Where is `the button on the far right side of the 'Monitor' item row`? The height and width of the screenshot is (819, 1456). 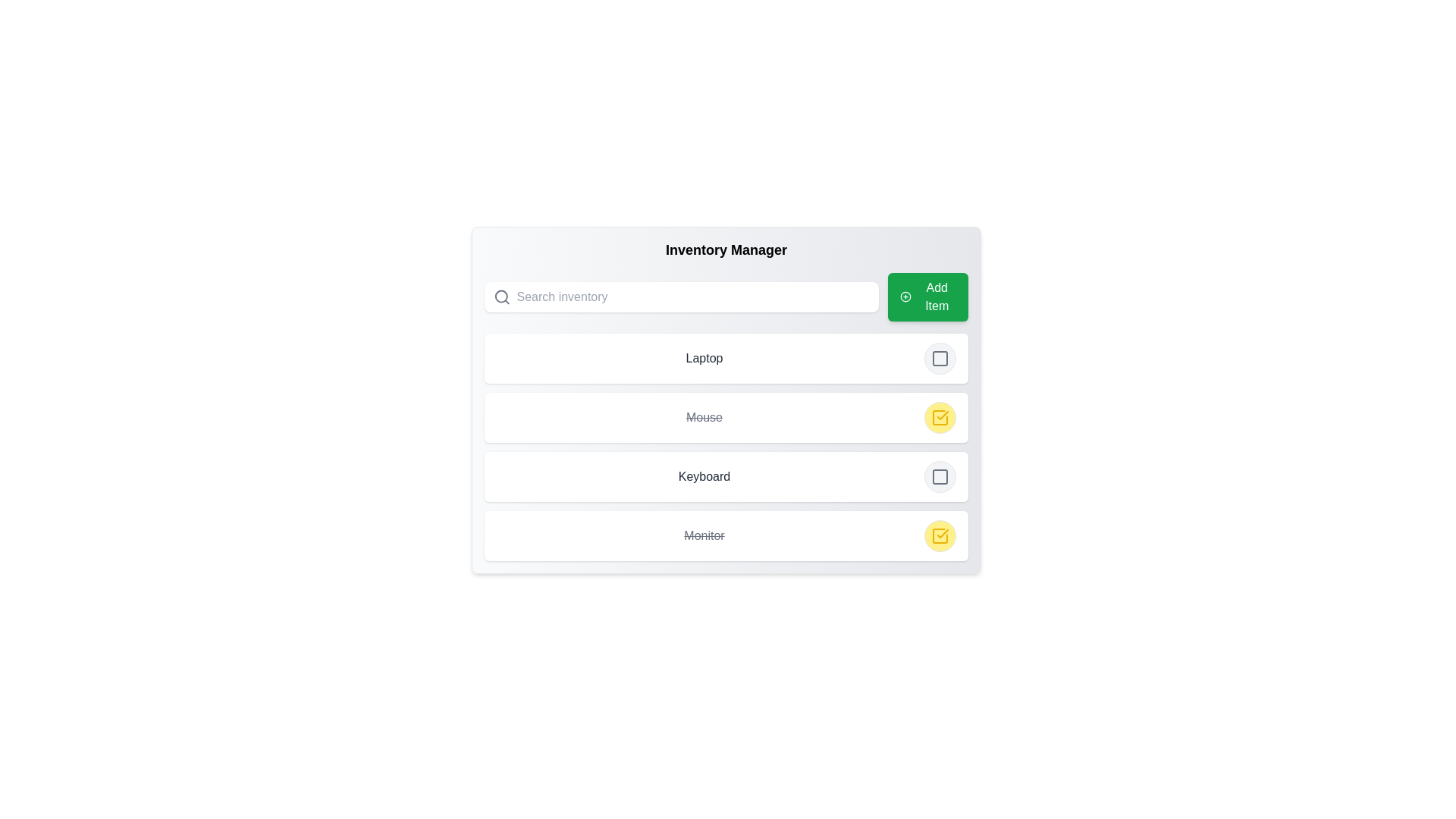 the button on the far right side of the 'Monitor' item row is located at coordinates (939, 535).